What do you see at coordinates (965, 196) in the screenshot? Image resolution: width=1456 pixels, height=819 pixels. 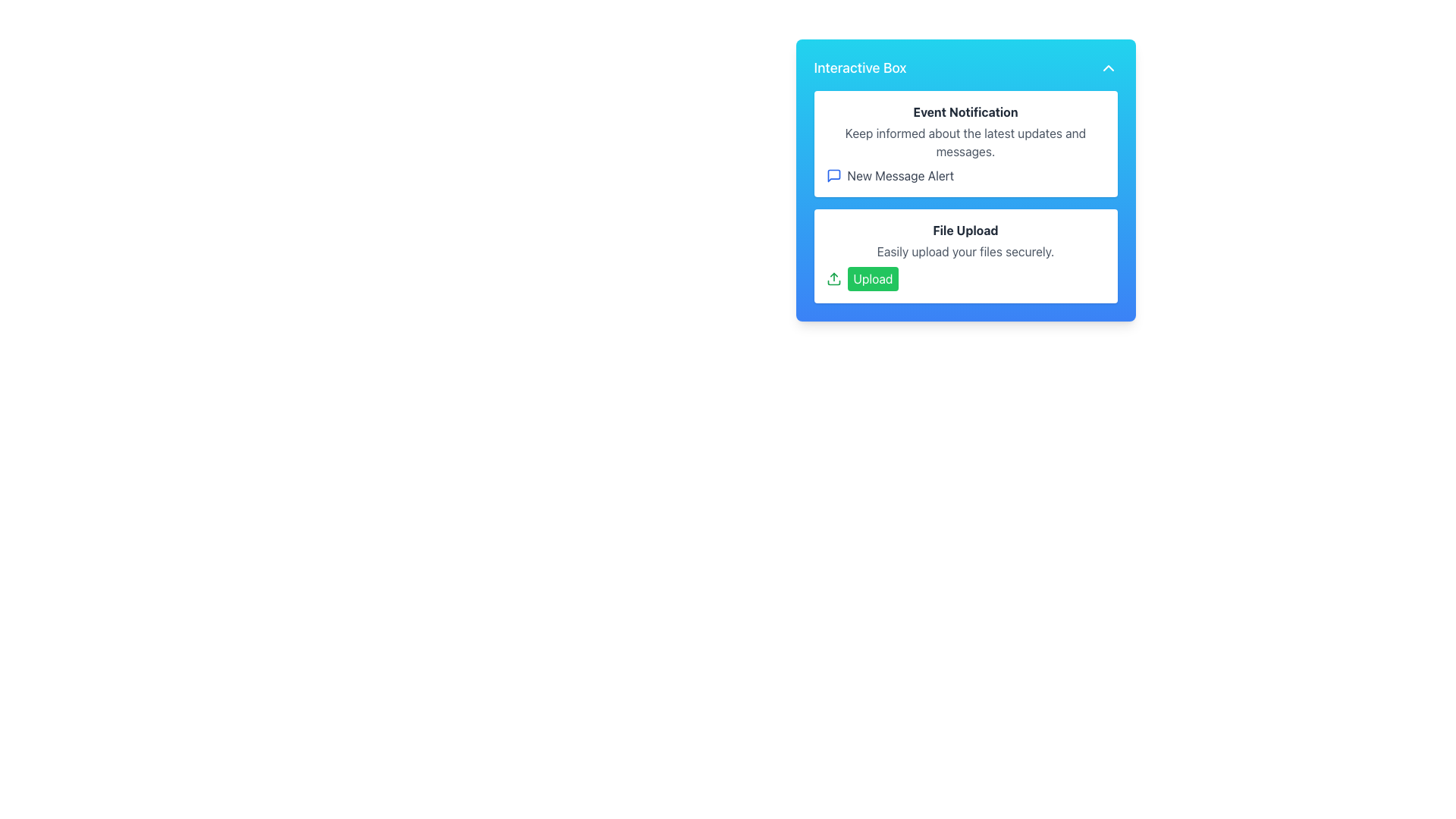 I see `the 'New Message Alert' within the composite UI element that displays messaging notifications and file uploads` at bounding box center [965, 196].